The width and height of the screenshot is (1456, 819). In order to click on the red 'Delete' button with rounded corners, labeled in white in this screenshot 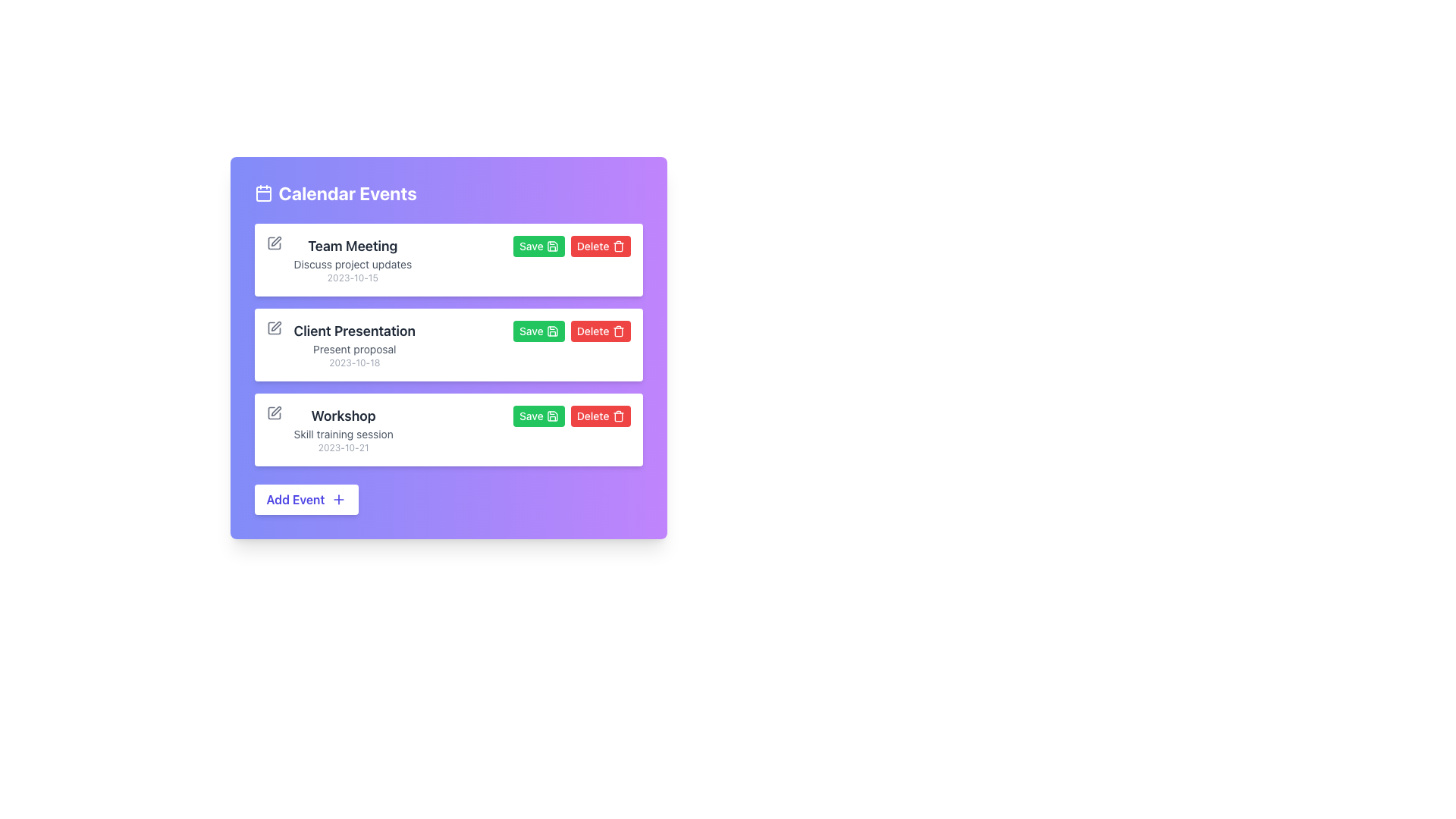, I will do `click(600, 245)`.